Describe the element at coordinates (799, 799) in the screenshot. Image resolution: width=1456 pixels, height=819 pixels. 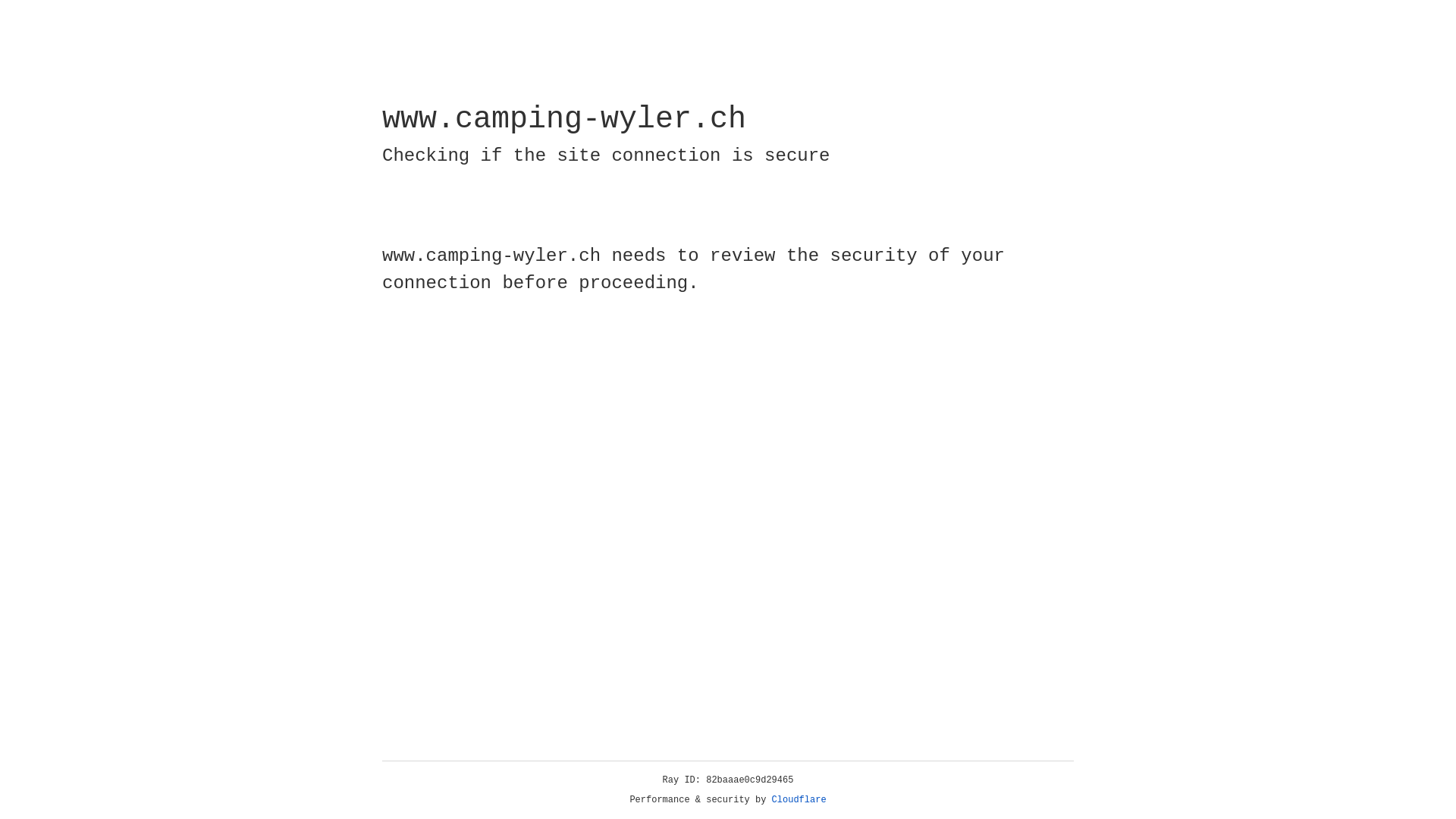
I see `'Cloudflare'` at that location.